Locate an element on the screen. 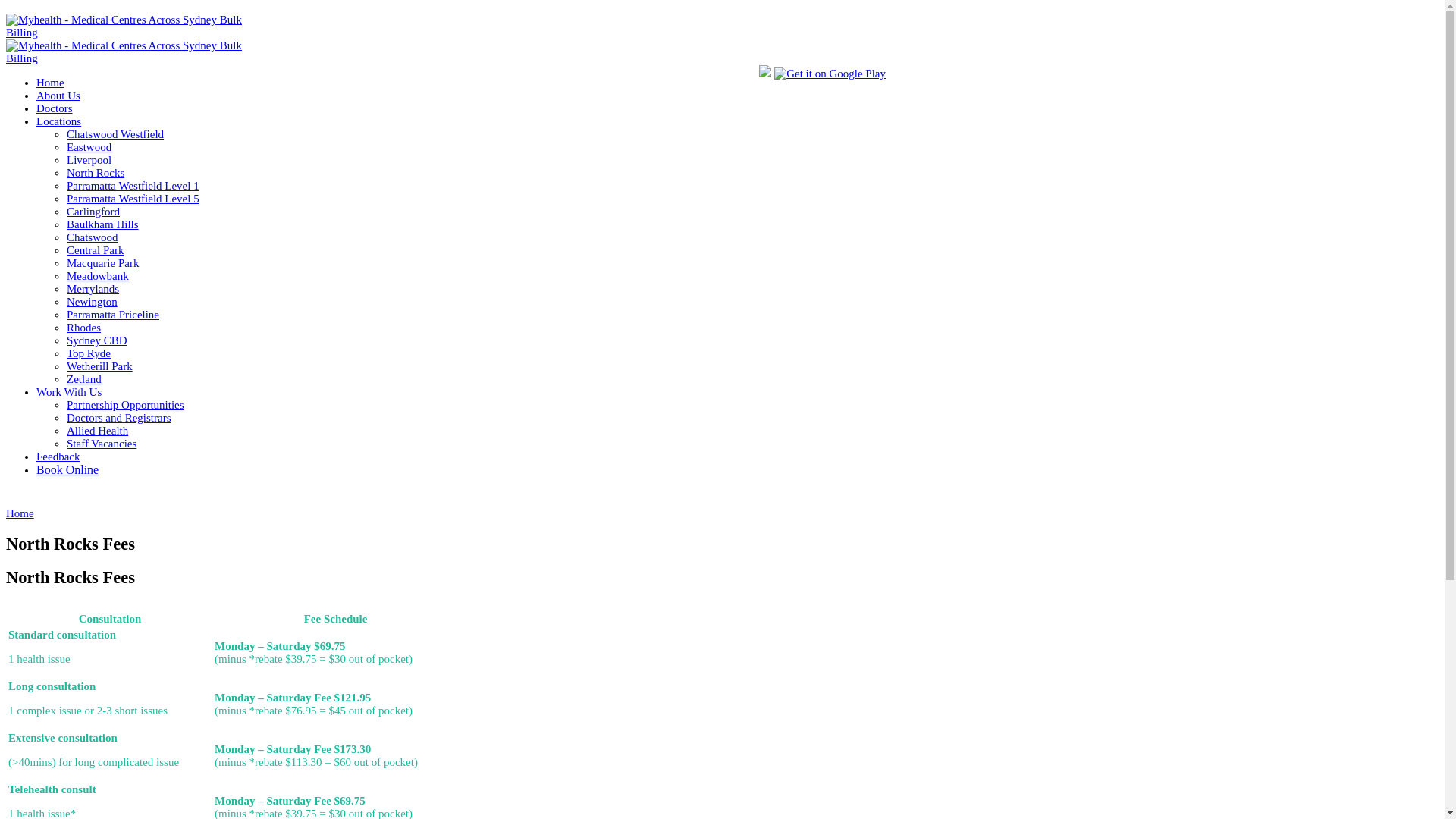  'Zetland' is located at coordinates (83, 378).